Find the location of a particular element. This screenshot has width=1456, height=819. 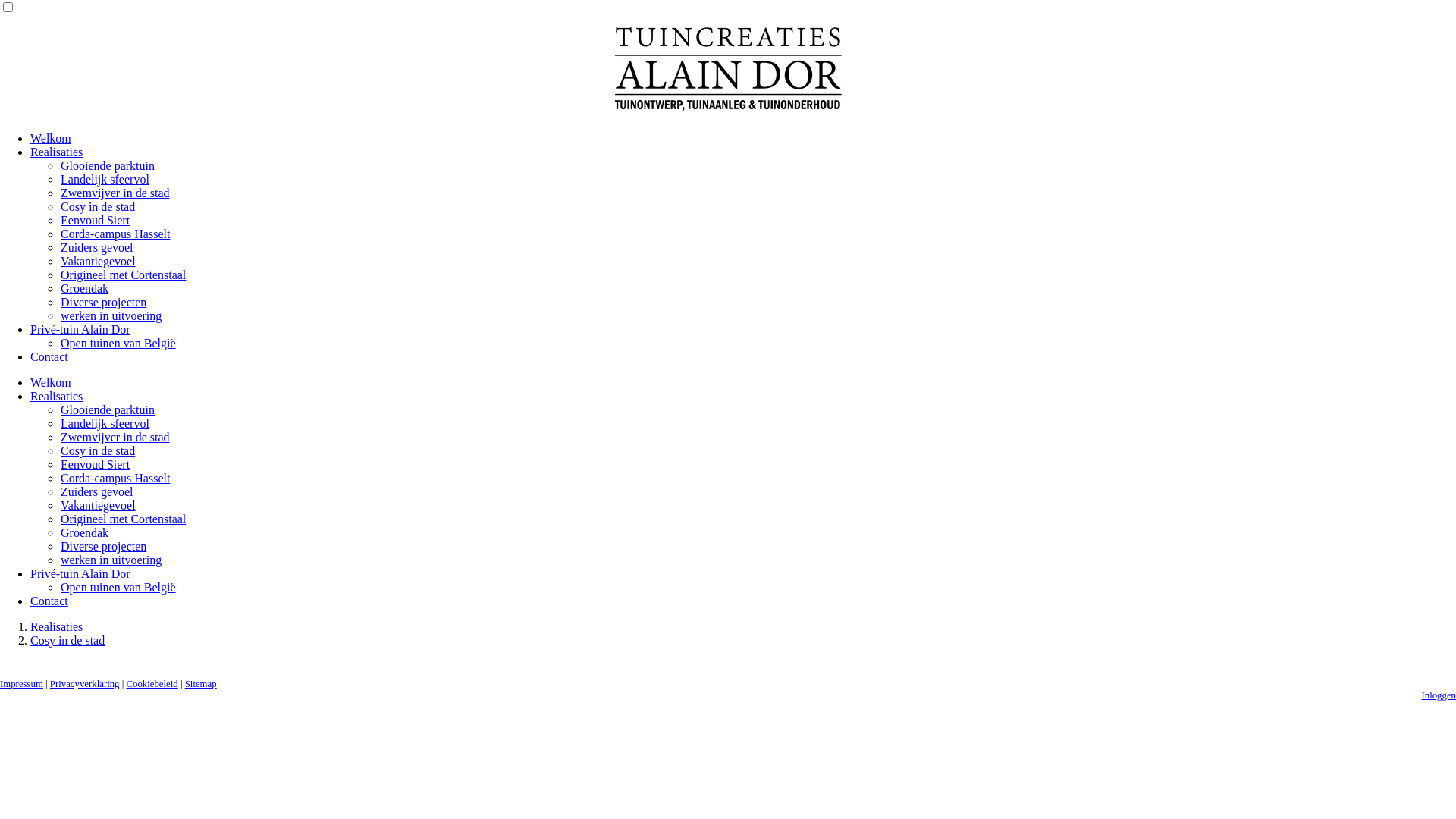

'Glooiende parktuin' is located at coordinates (107, 165).